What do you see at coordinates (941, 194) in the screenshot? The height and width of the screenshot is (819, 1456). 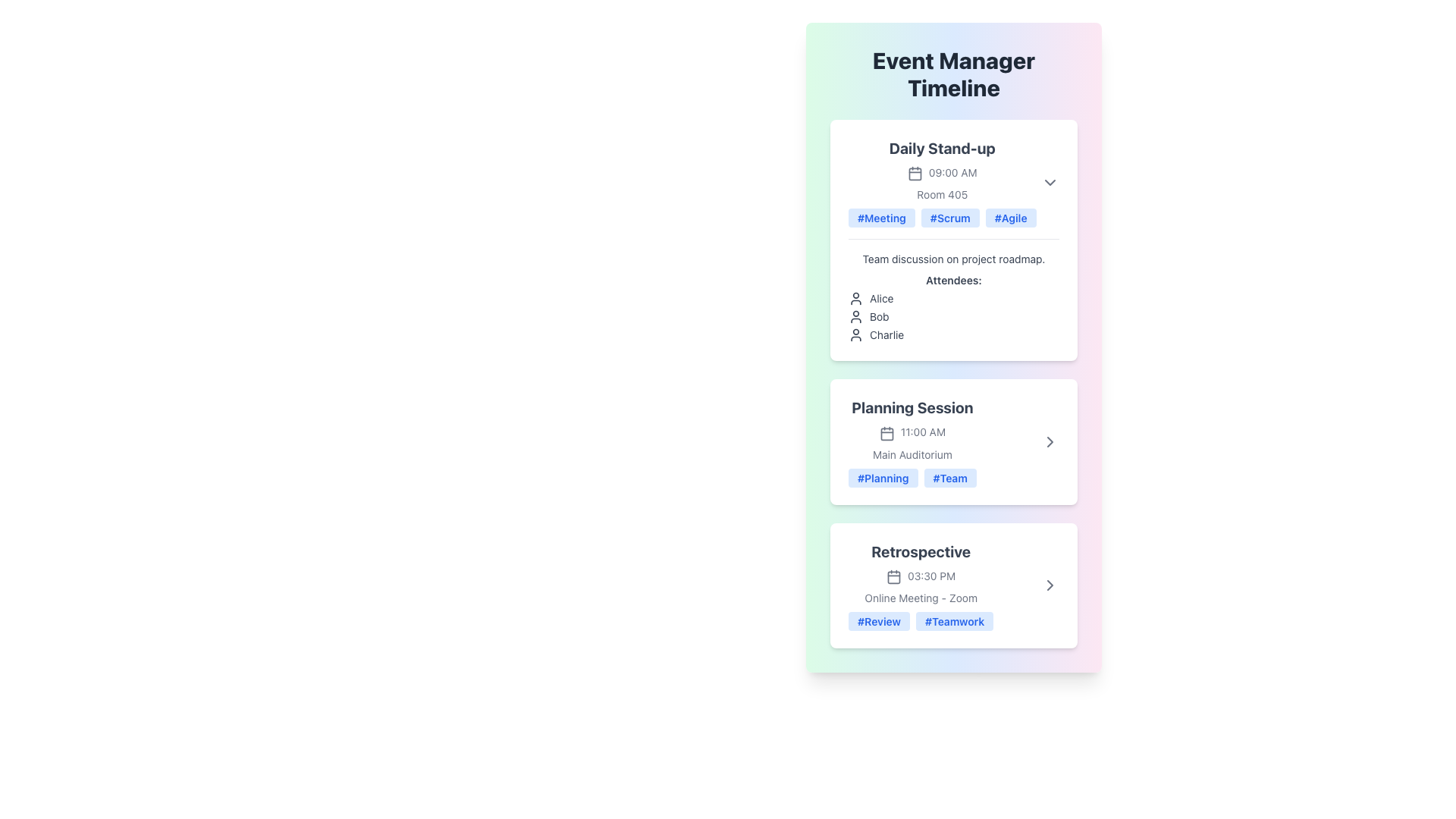 I see `the text label displaying 'Room 405' which is styled in light gray and positioned below the '09:00 AM' label and above the tags in the 'Daily Stand-up' section` at bounding box center [941, 194].